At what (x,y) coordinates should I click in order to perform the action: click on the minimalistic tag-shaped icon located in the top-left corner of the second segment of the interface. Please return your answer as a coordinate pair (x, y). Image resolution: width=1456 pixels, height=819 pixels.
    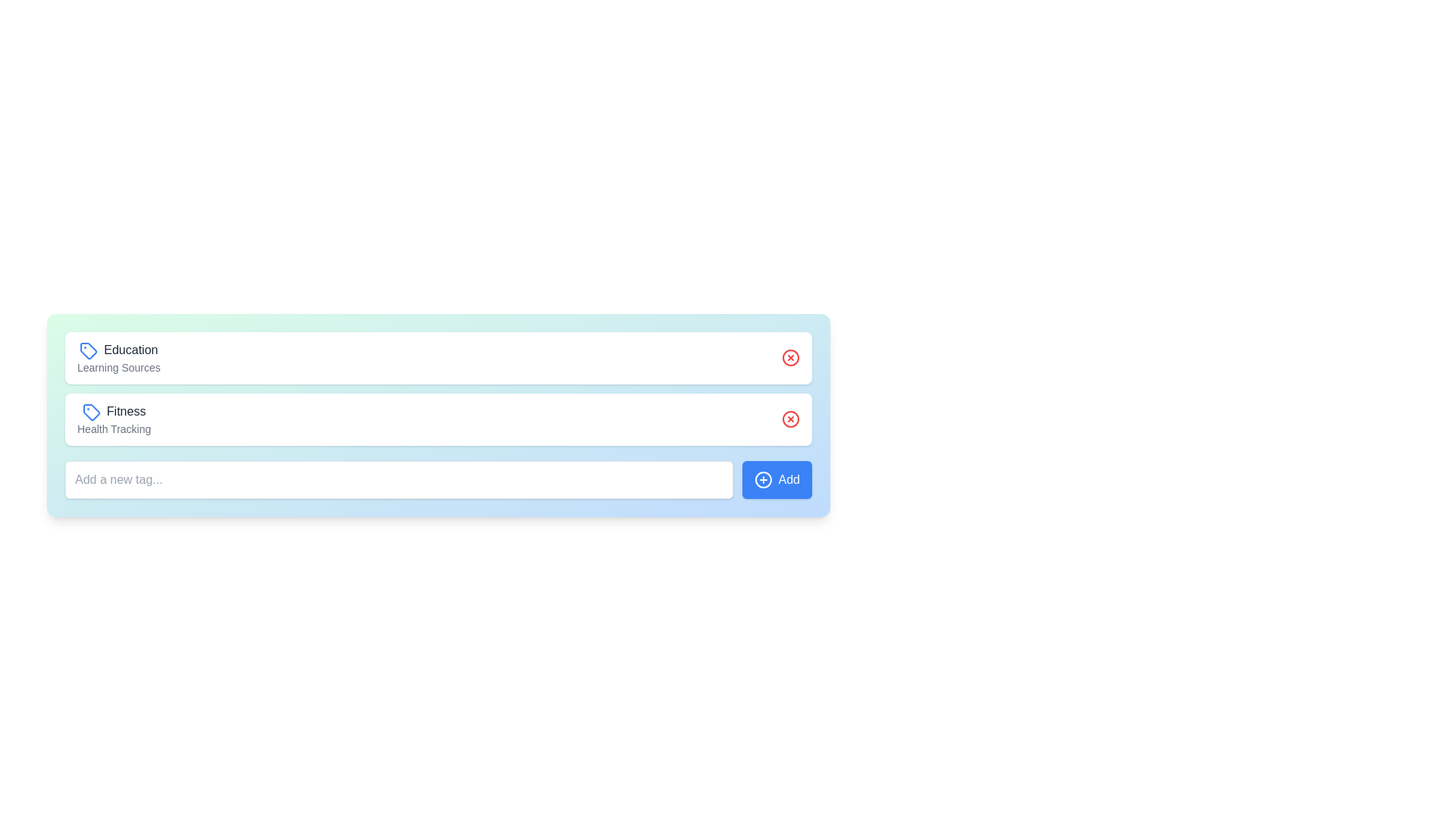
    Looking at the image, I should click on (88, 350).